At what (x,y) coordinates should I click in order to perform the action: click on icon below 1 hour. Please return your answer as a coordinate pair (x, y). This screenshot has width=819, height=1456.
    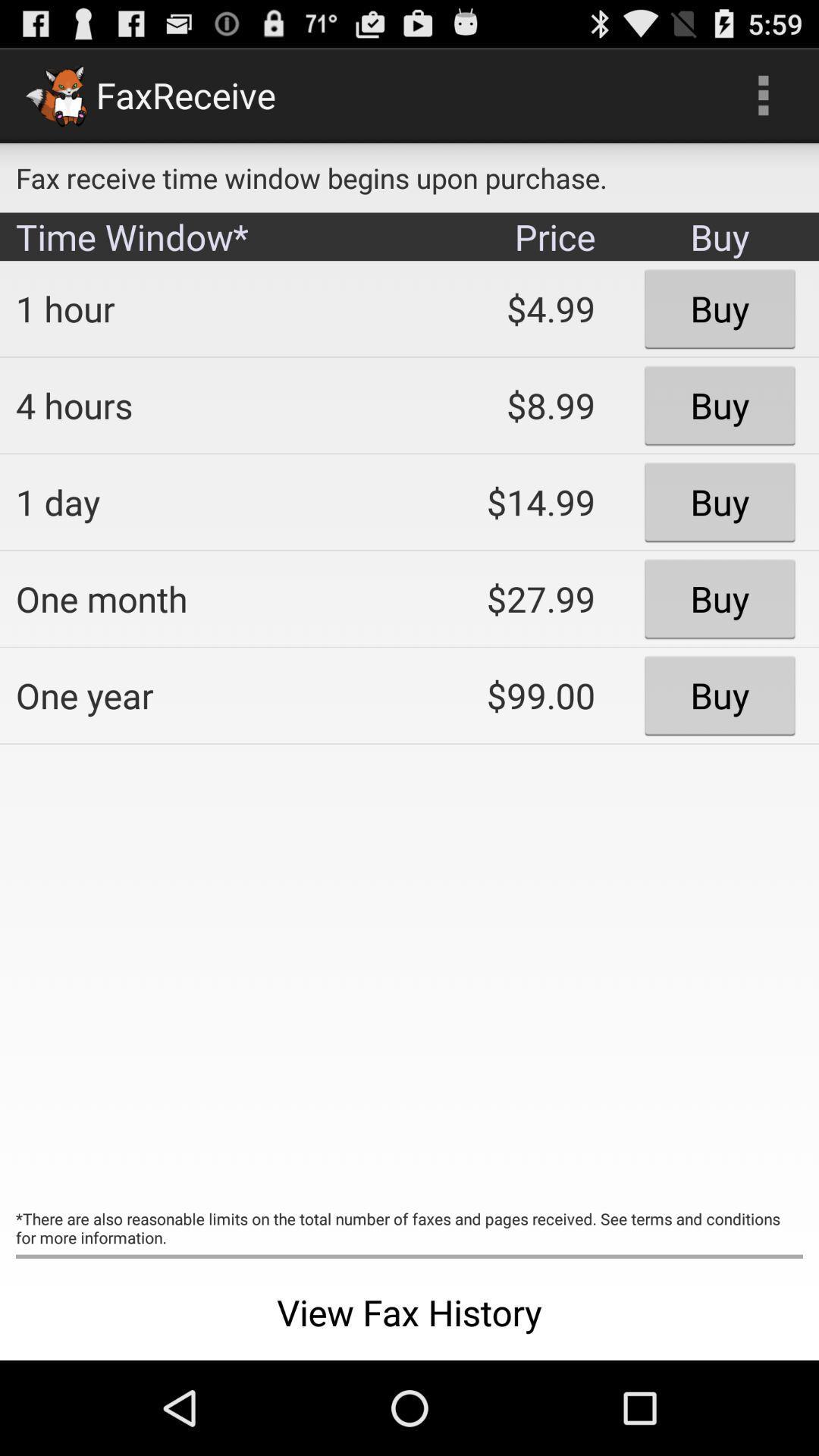
    Looking at the image, I should click on (201, 405).